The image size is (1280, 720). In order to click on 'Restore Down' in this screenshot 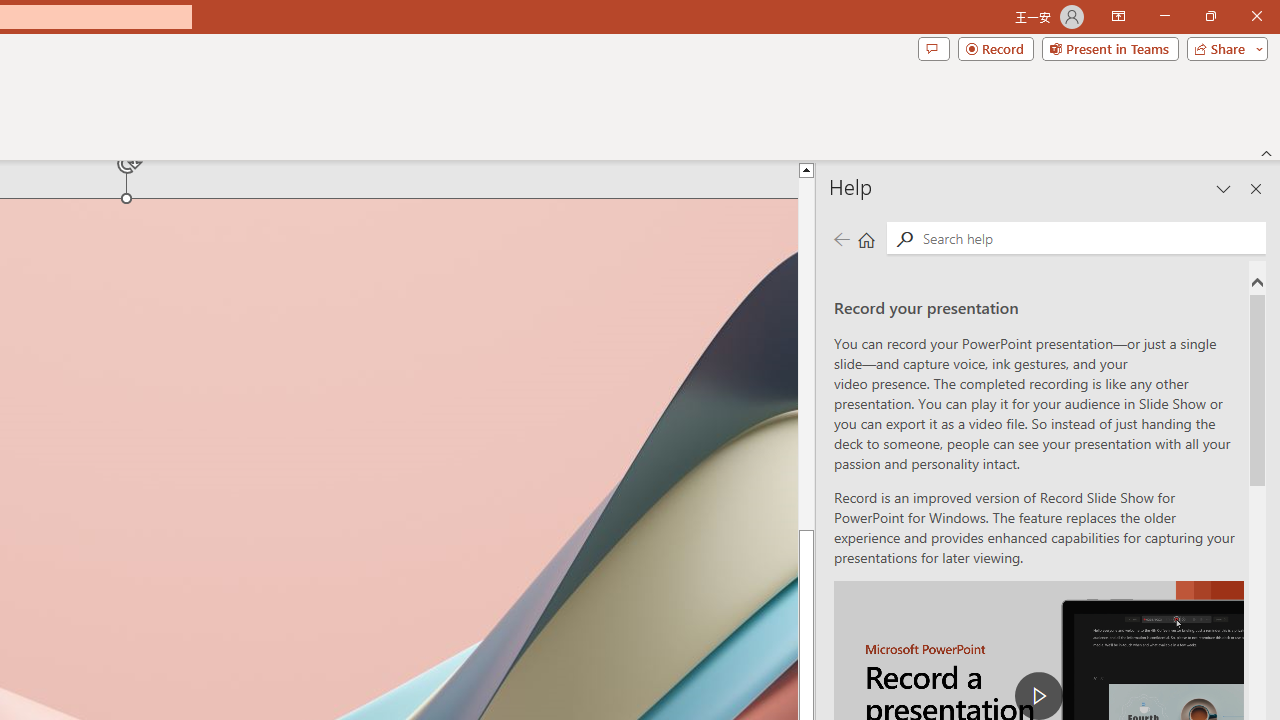, I will do `click(1209, 16)`.